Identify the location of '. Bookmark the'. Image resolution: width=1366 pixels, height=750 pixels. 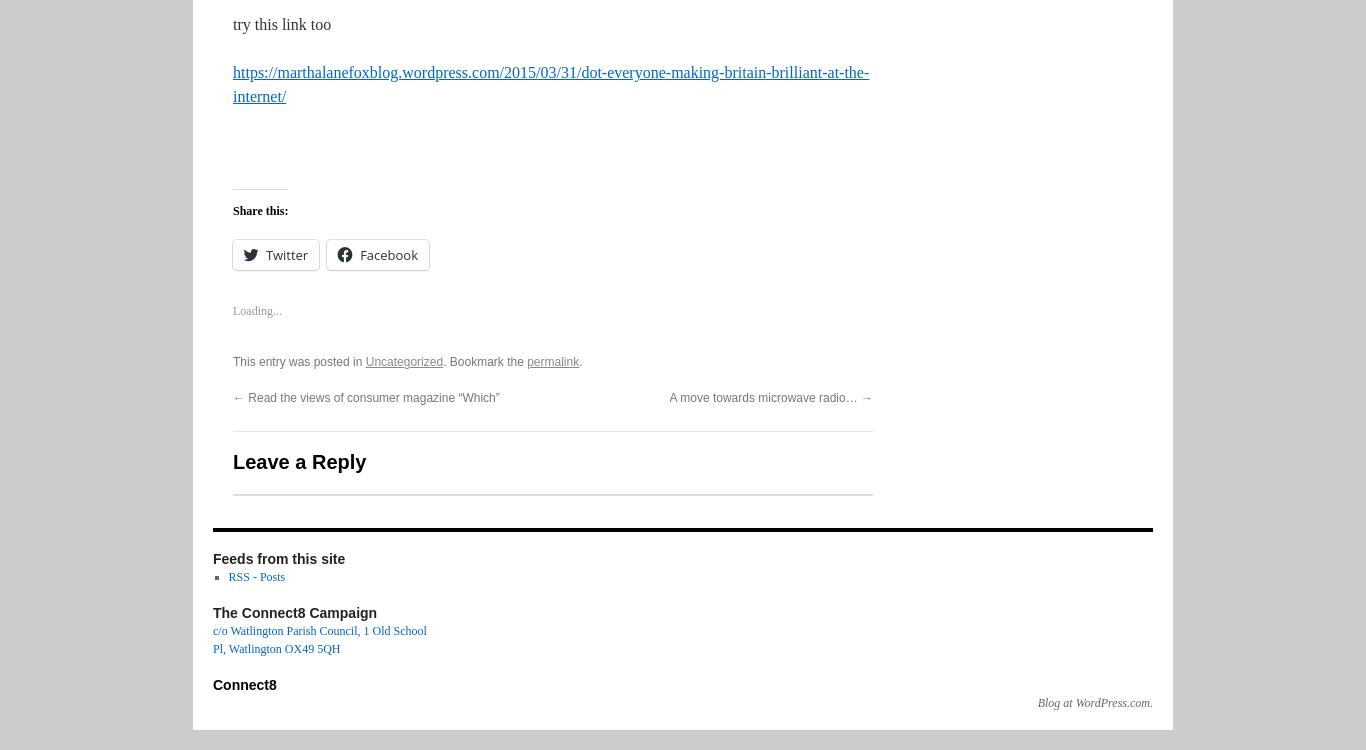
(485, 361).